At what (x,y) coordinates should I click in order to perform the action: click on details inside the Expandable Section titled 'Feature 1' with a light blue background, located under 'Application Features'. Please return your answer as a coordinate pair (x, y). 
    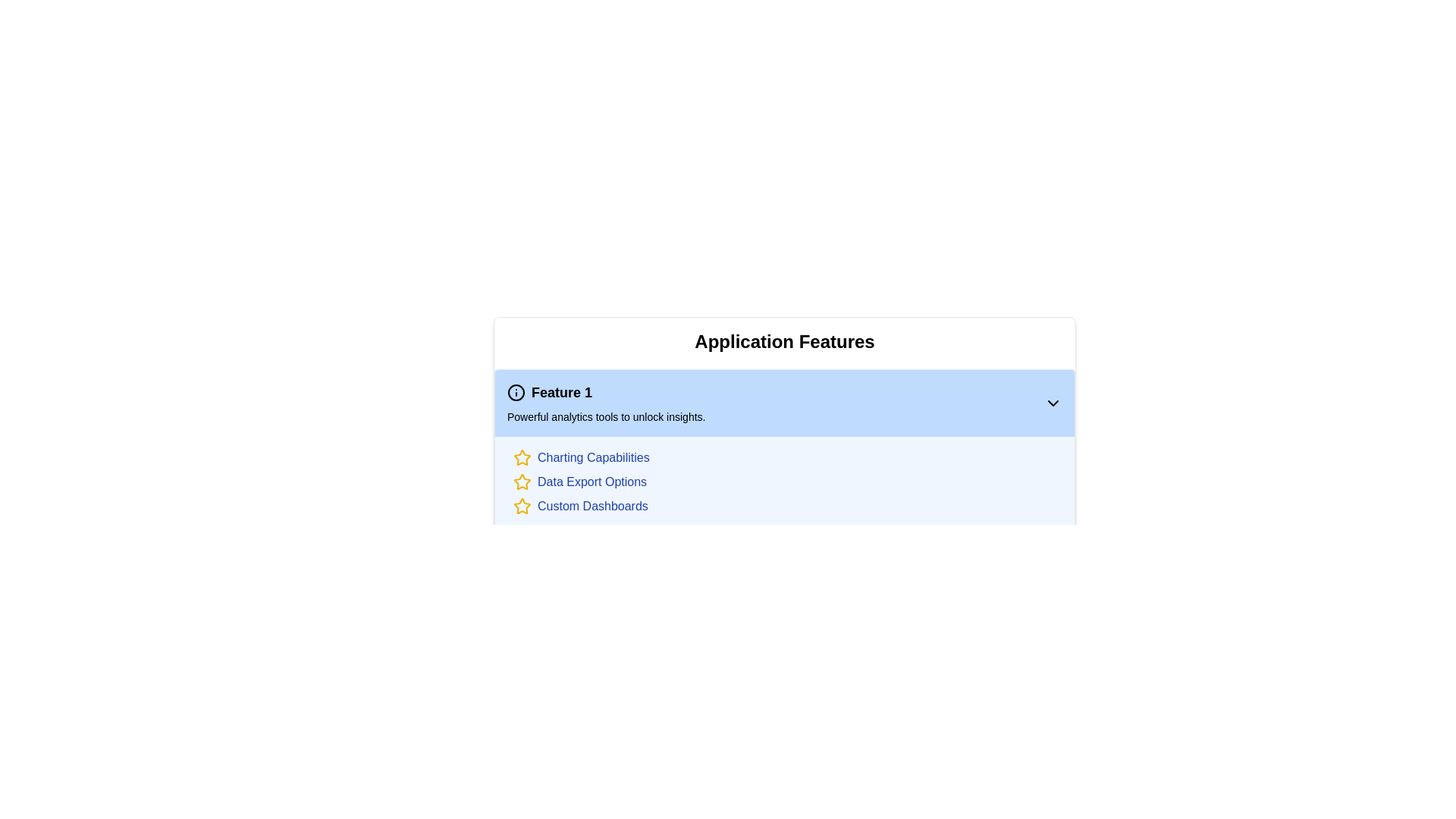
    Looking at the image, I should click on (785, 505).